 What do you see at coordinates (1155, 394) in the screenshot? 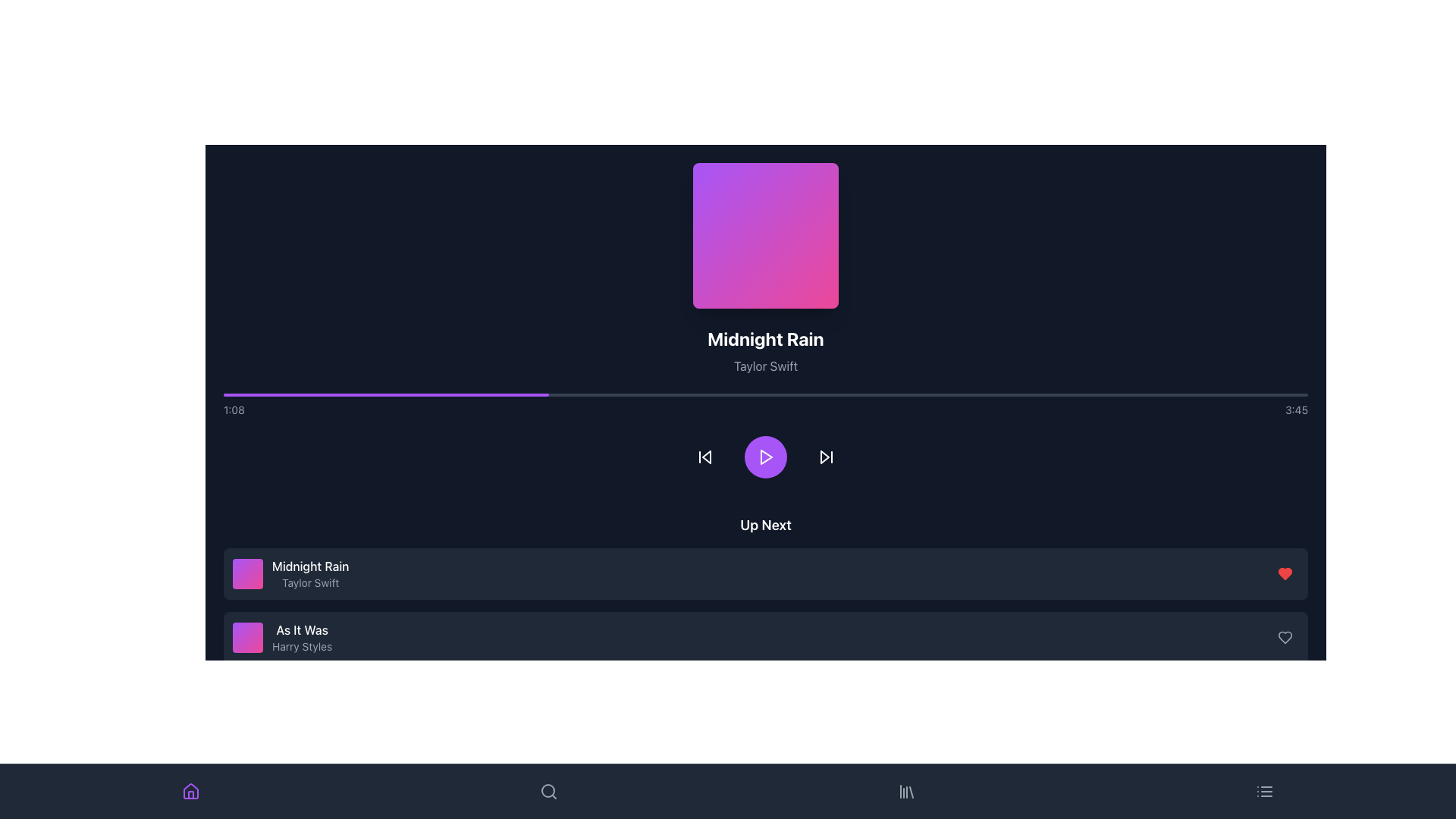
I see `the progress` at bounding box center [1155, 394].